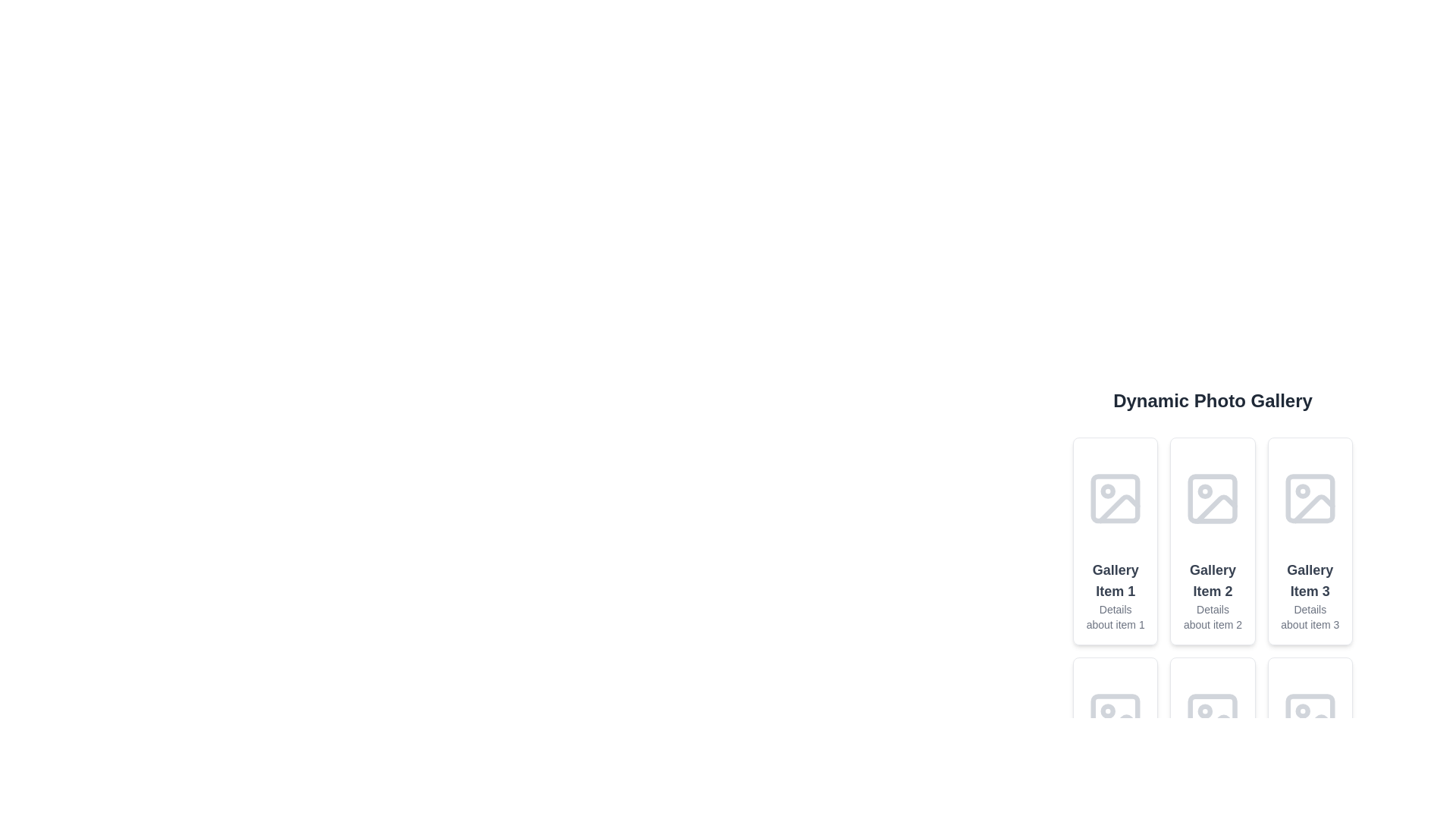  I want to click on the Circle element within the 'Gallery Item 2' icon, which serves as a decorative feature indicating selection status, so click(1204, 491).